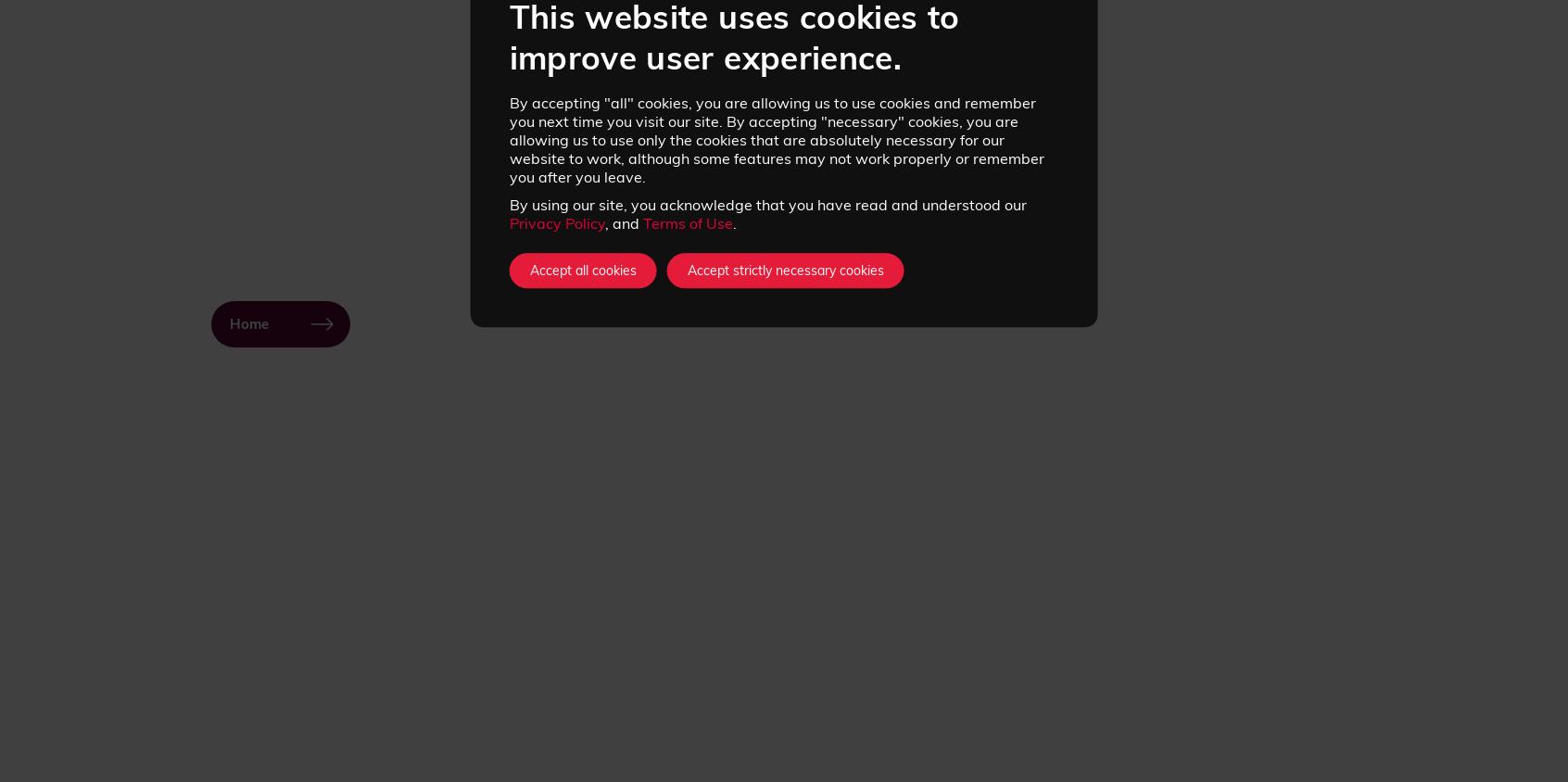 The width and height of the screenshot is (1568, 782). I want to click on 'Competitions', so click(967, 756).